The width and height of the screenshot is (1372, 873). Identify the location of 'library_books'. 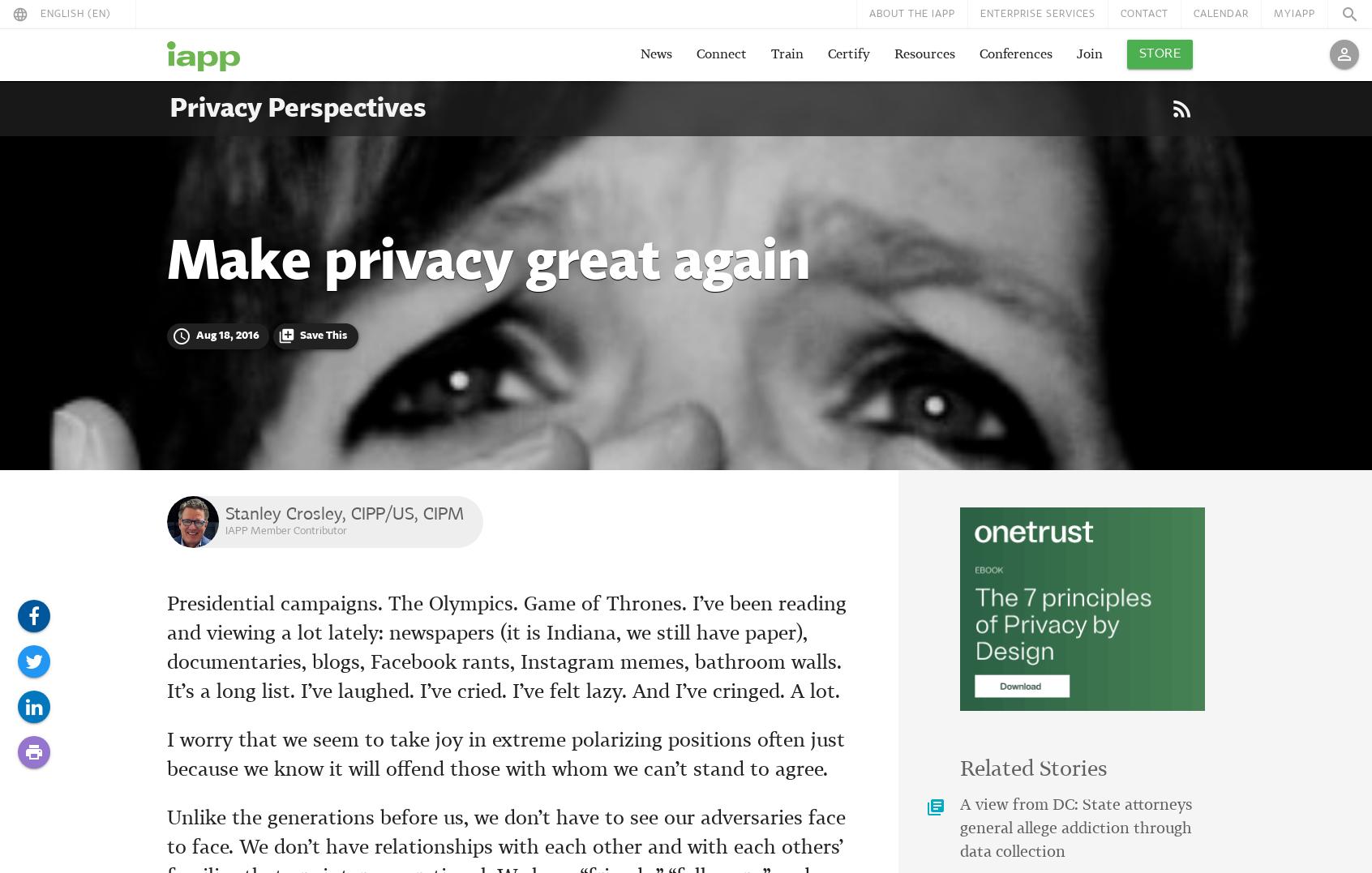
(934, 807).